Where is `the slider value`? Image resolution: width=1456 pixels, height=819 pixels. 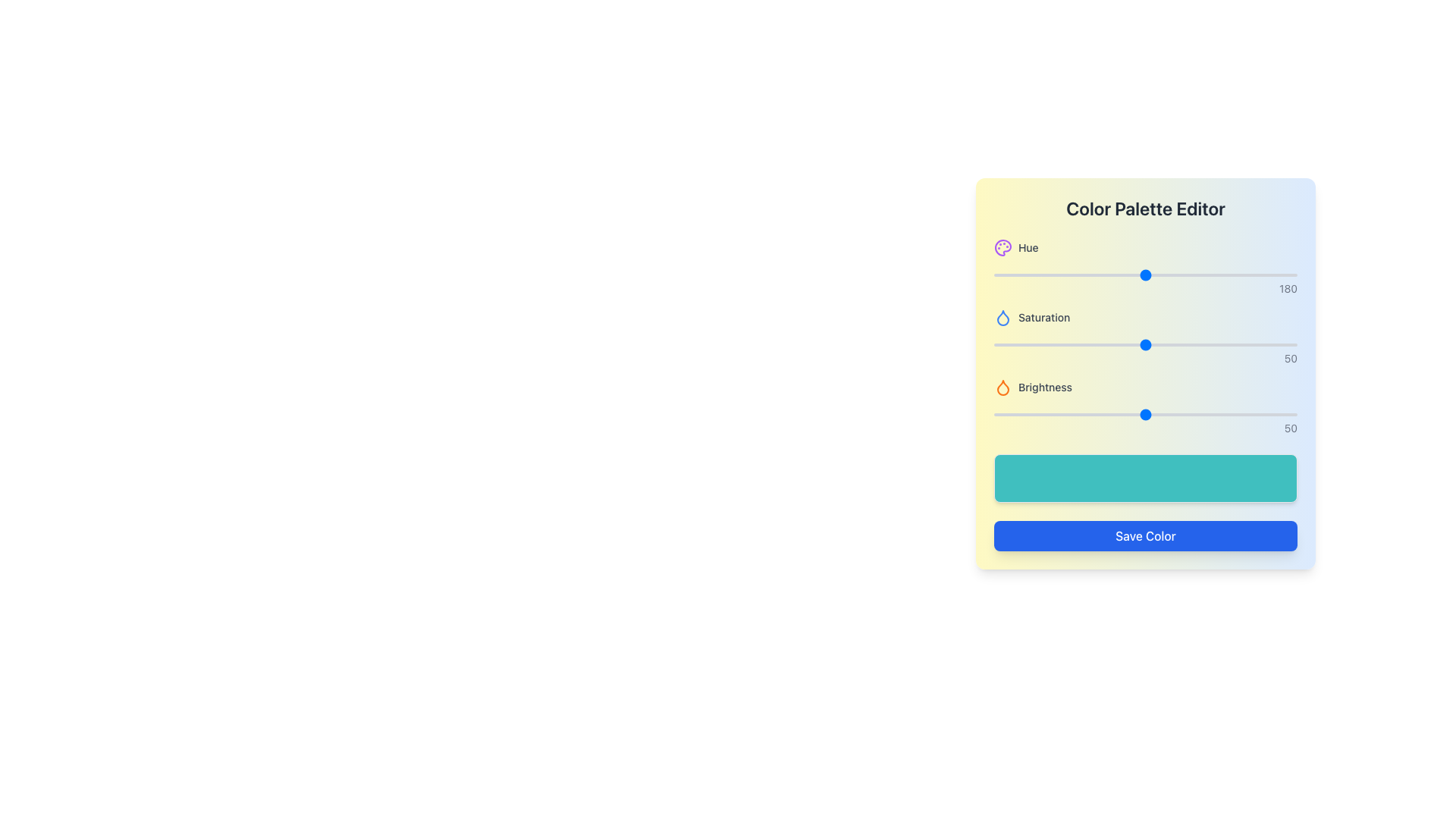 the slider value is located at coordinates (1175, 345).